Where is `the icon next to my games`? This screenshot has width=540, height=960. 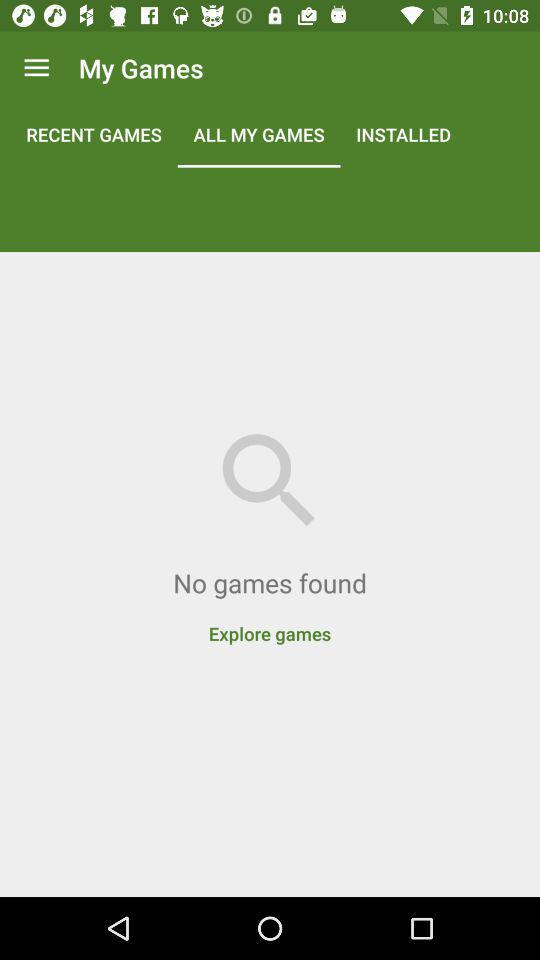
the icon next to my games is located at coordinates (36, 68).